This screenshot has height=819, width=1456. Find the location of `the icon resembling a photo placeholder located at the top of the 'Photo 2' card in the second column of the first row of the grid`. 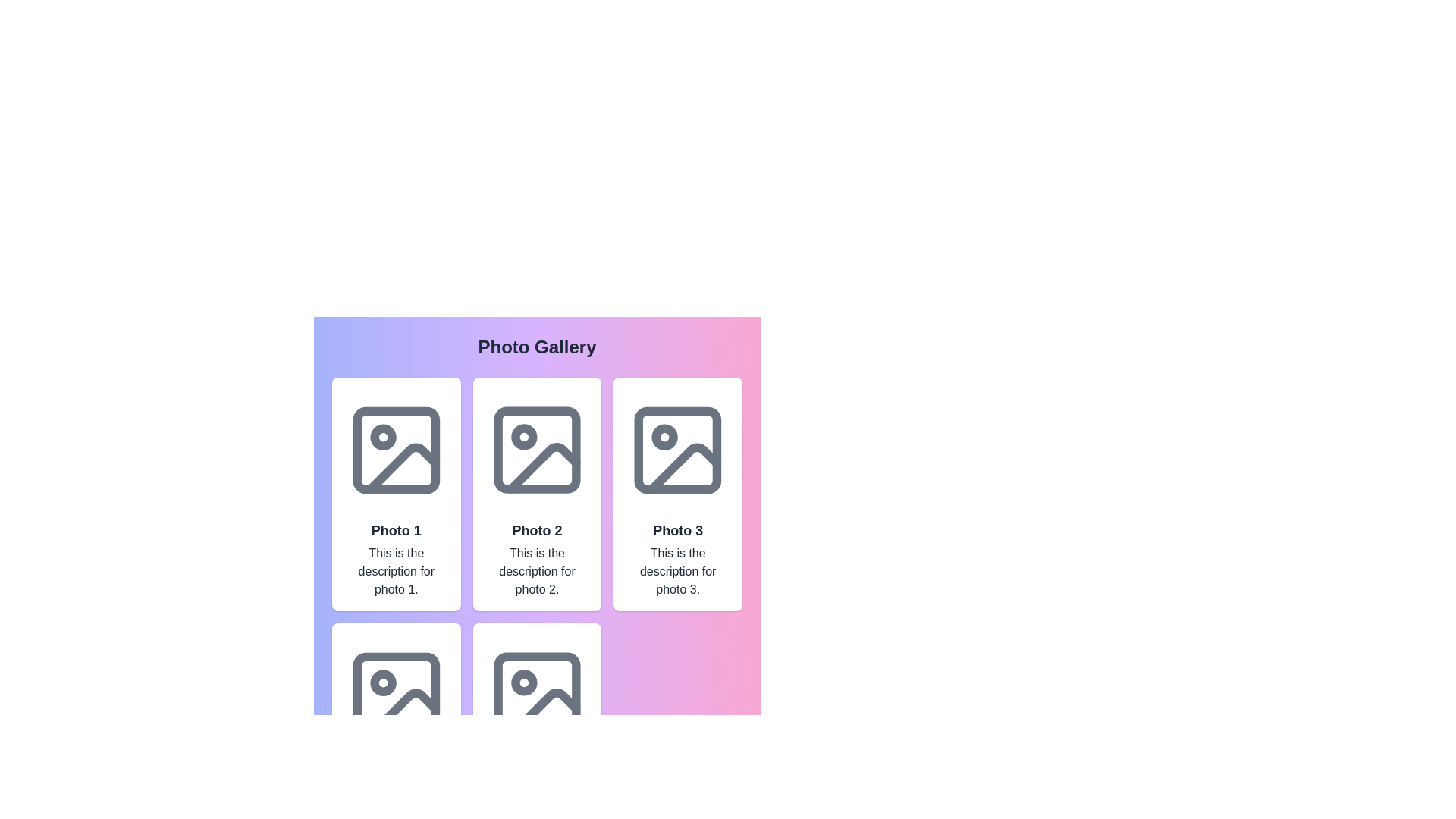

the icon resembling a photo placeholder located at the top of the 'Photo 2' card in the second column of the first row of the grid is located at coordinates (537, 450).